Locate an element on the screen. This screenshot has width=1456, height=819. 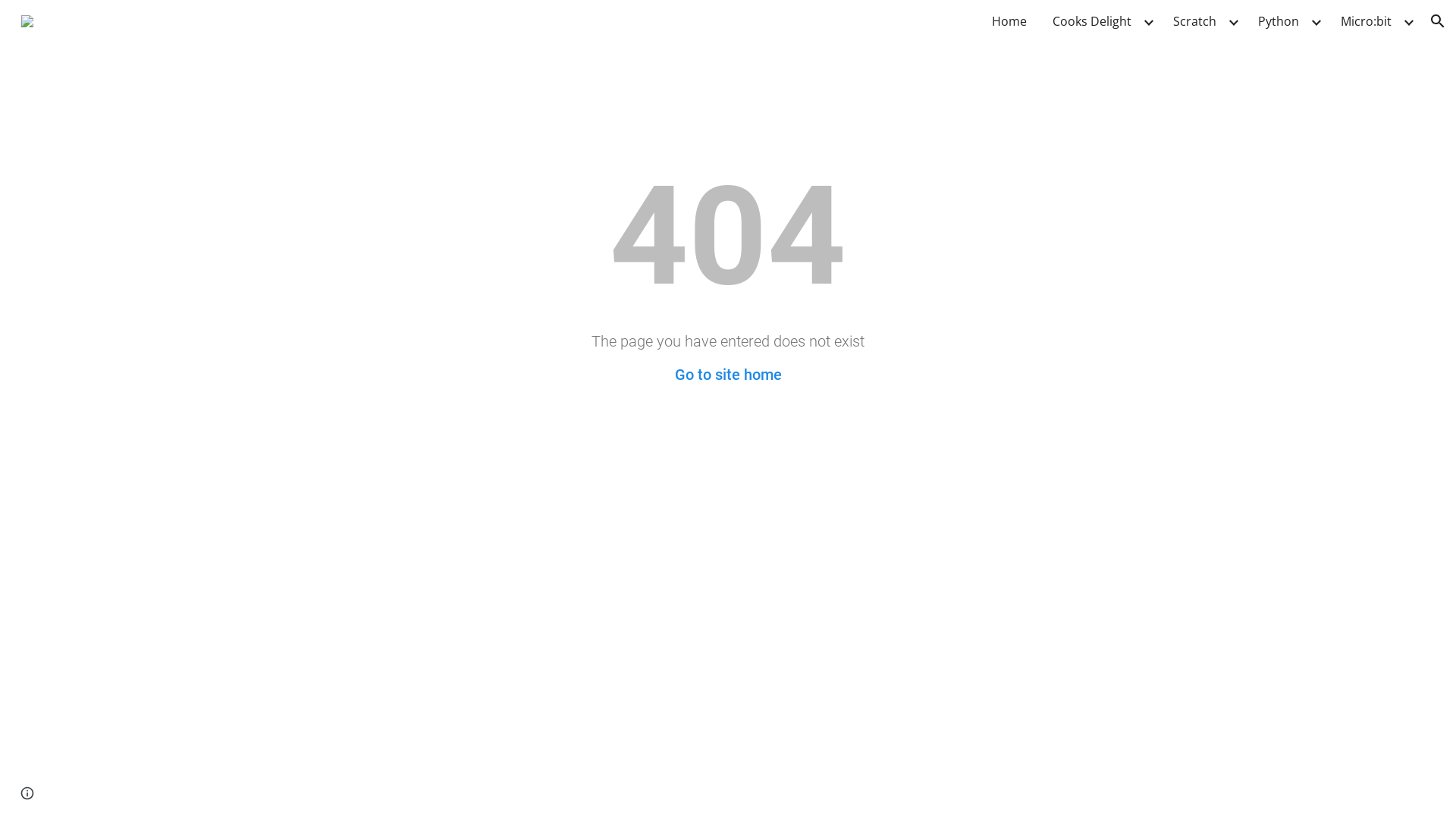
'Go to site home' is located at coordinates (728, 374).